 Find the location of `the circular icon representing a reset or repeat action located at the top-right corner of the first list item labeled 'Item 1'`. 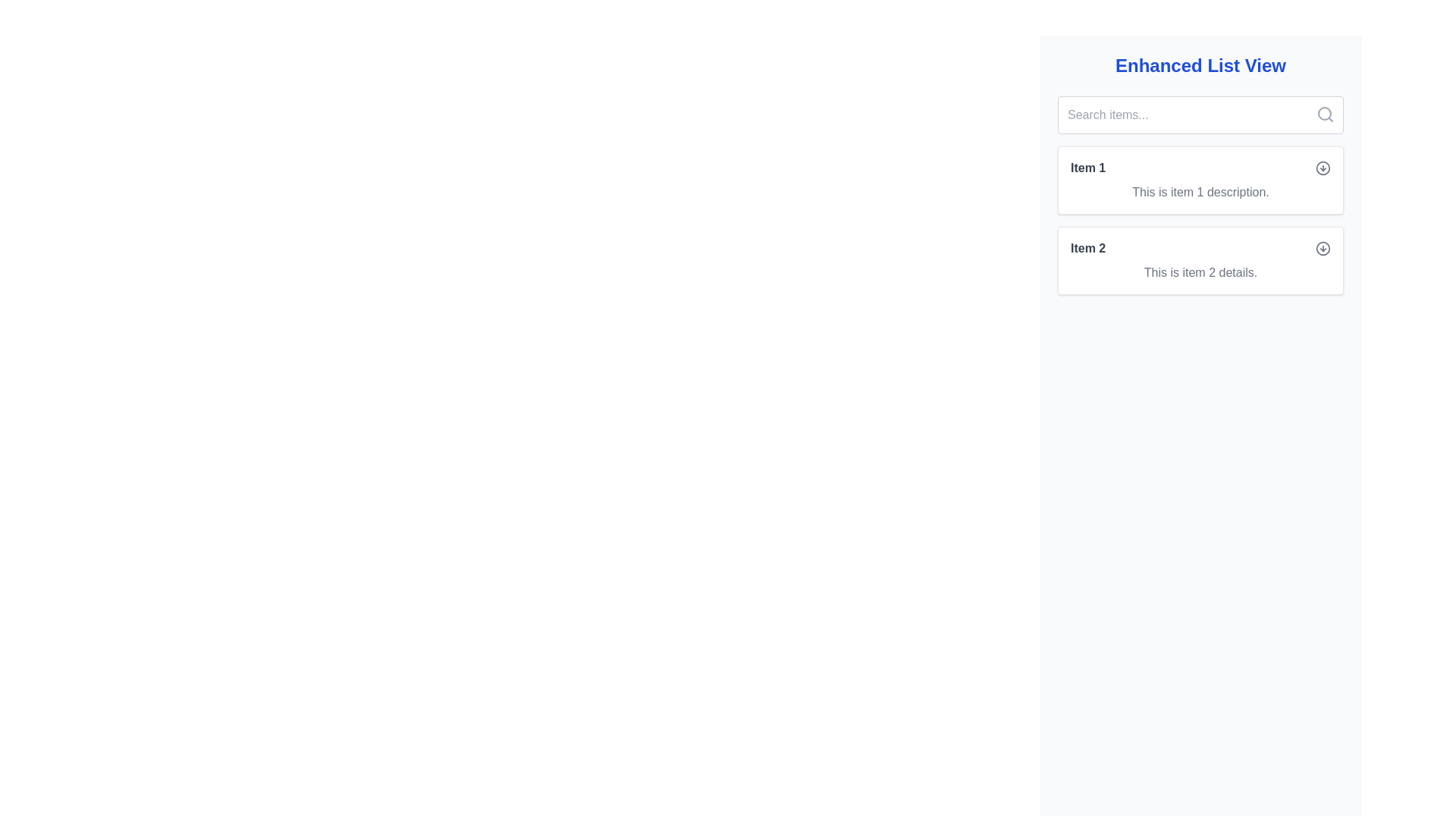

the circular icon representing a reset or repeat action located at the top-right corner of the first list item labeled 'Item 1' is located at coordinates (1323, 168).